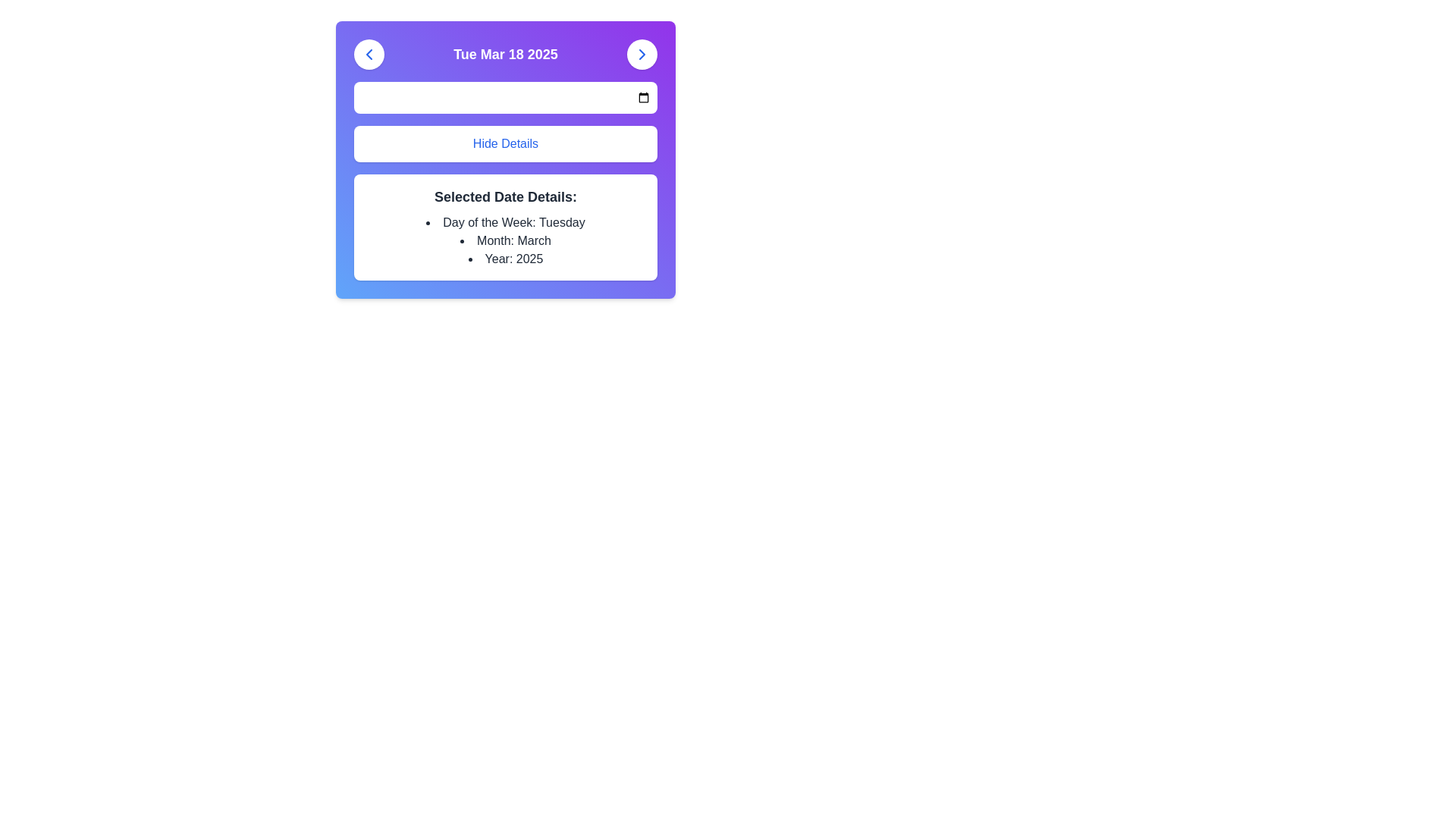 The height and width of the screenshot is (819, 1456). I want to click on the static text item displaying 'Day of the Week: Tuesday' under the 'Selected Date Details' heading, which is the first bullet point in the list, so click(506, 222).